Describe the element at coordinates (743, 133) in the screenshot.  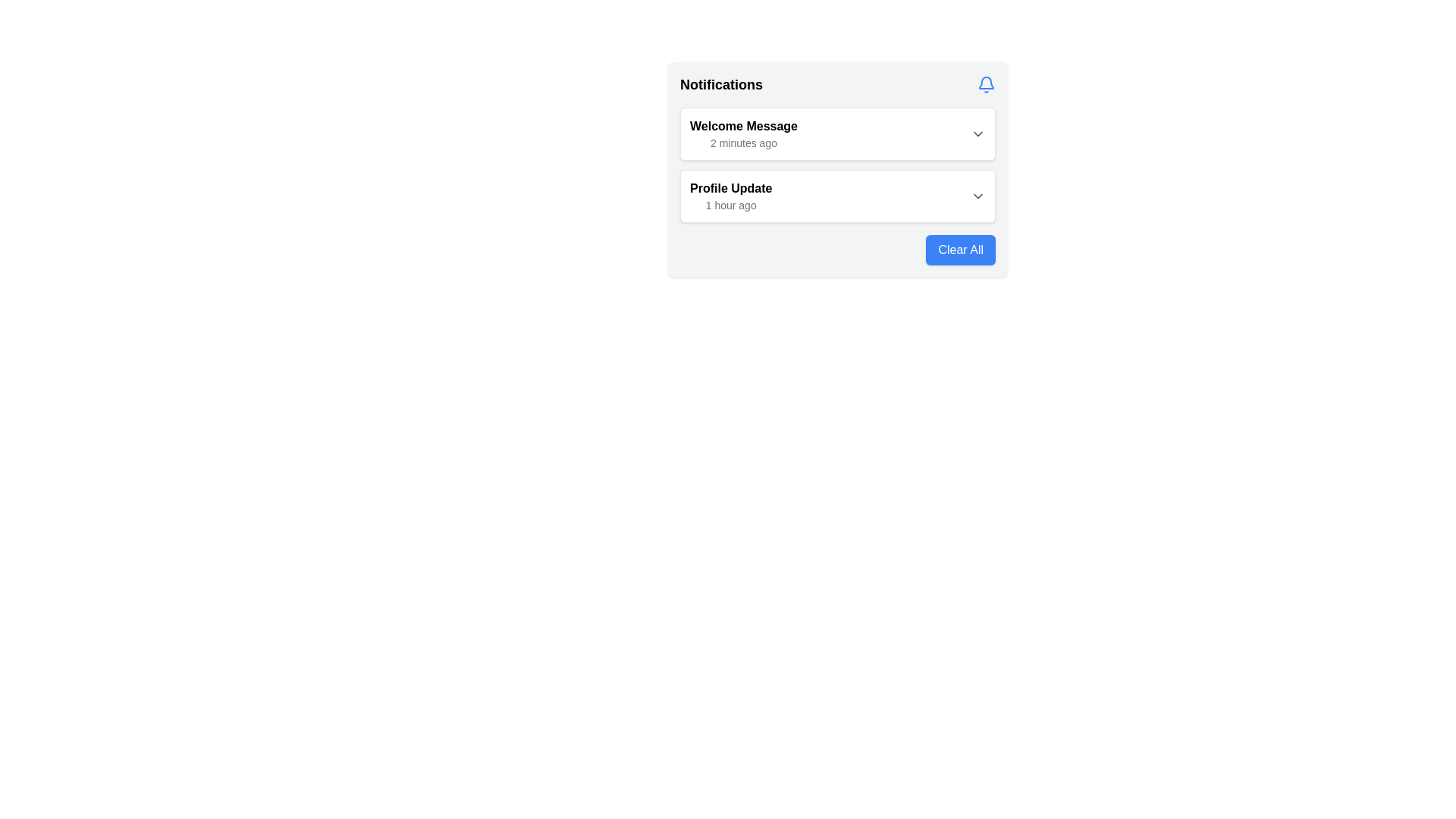
I see `text content of the notification titled 'Welcome Message' with the timestamp '2 minutes ago' located at the top of the notifications panel` at that location.